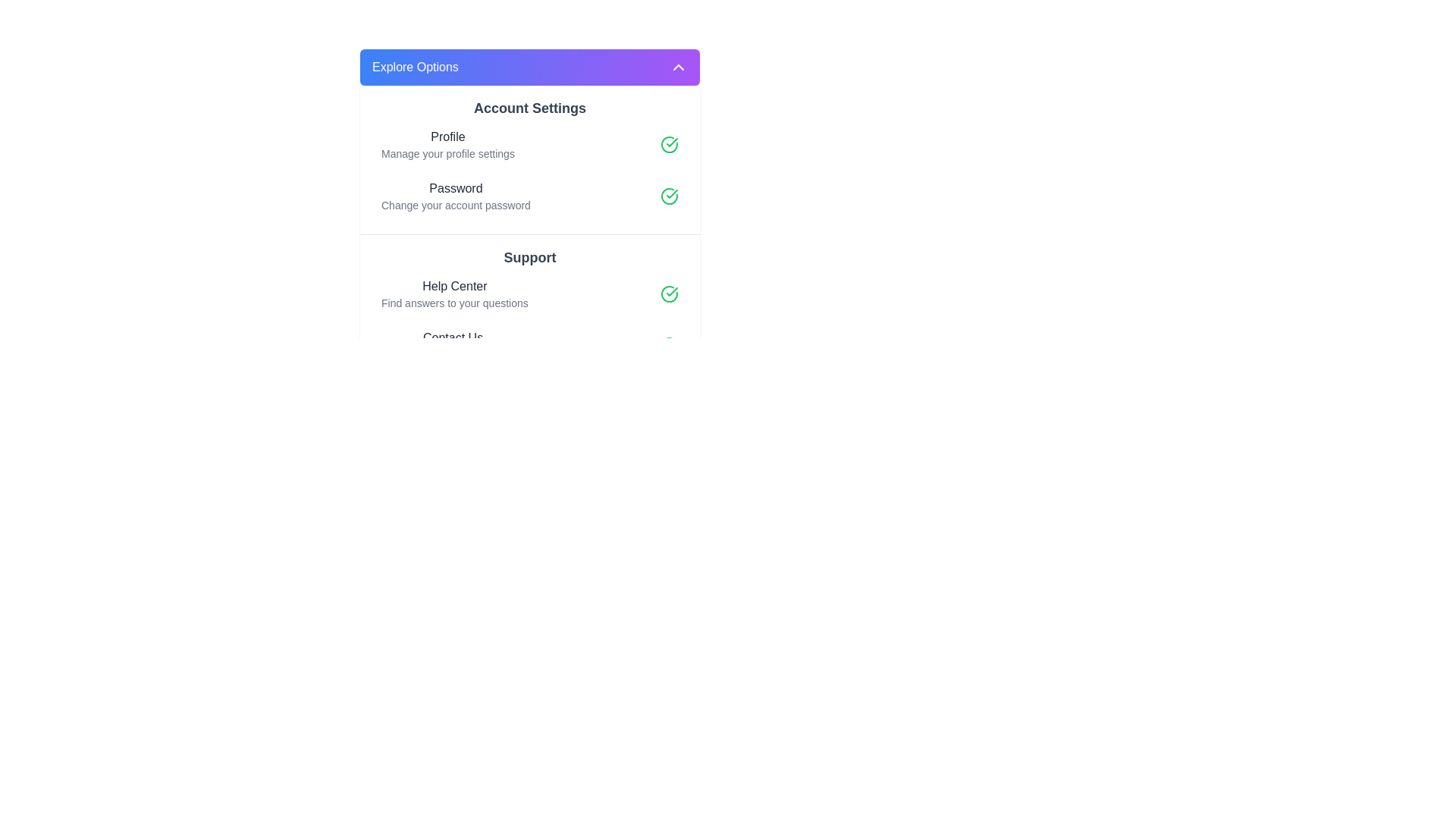  What do you see at coordinates (455, 195) in the screenshot?
I see `the 'Password' text label in the 'Account Settings' section, which includes the instruction 'Change your account password'` at bounding box center [455, 195].